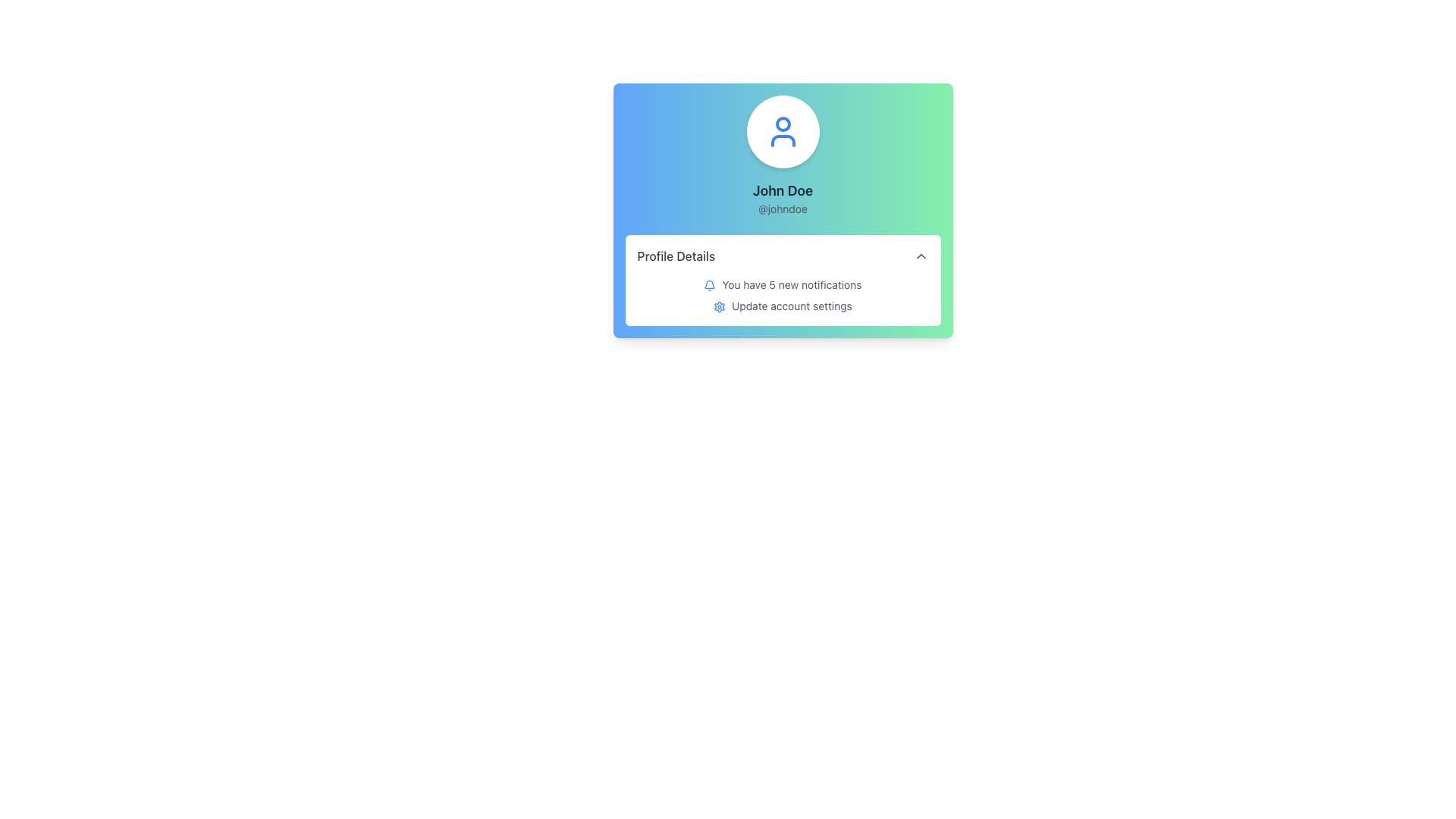 The height and width of the screenshot is (819, 1456). Describe the element at coordinates (783, 124) in the screenshot. I see `the small circular shape located in the facial region of the illustrated user icon, which is centrally positioned on the top part of the face depiction` at that location.